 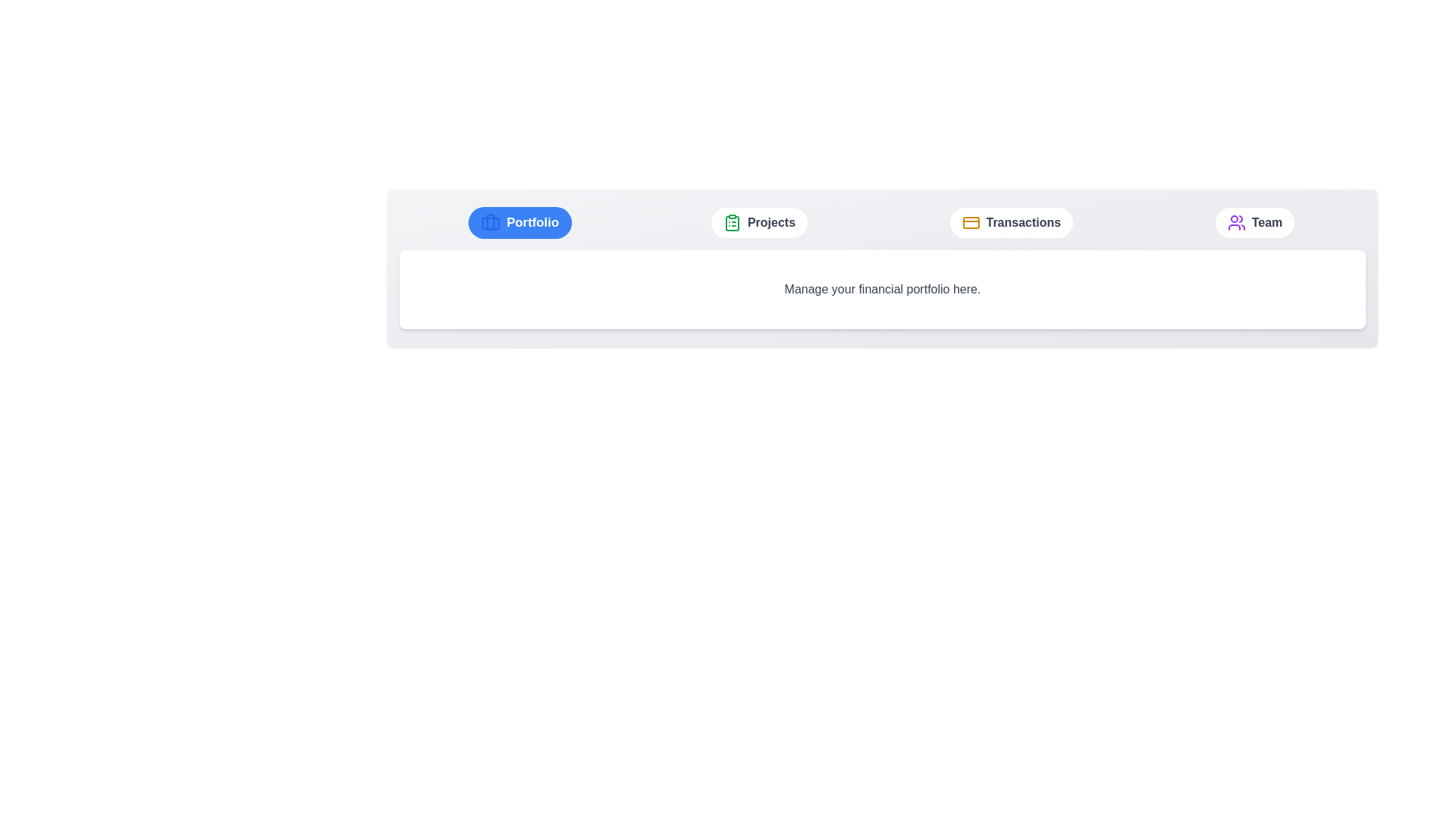 What do you see at coordinates (1255, 222) in the screenshot?
I see `the tab labeled Team to observe the hover effect` at bounding box center [1255, 222].